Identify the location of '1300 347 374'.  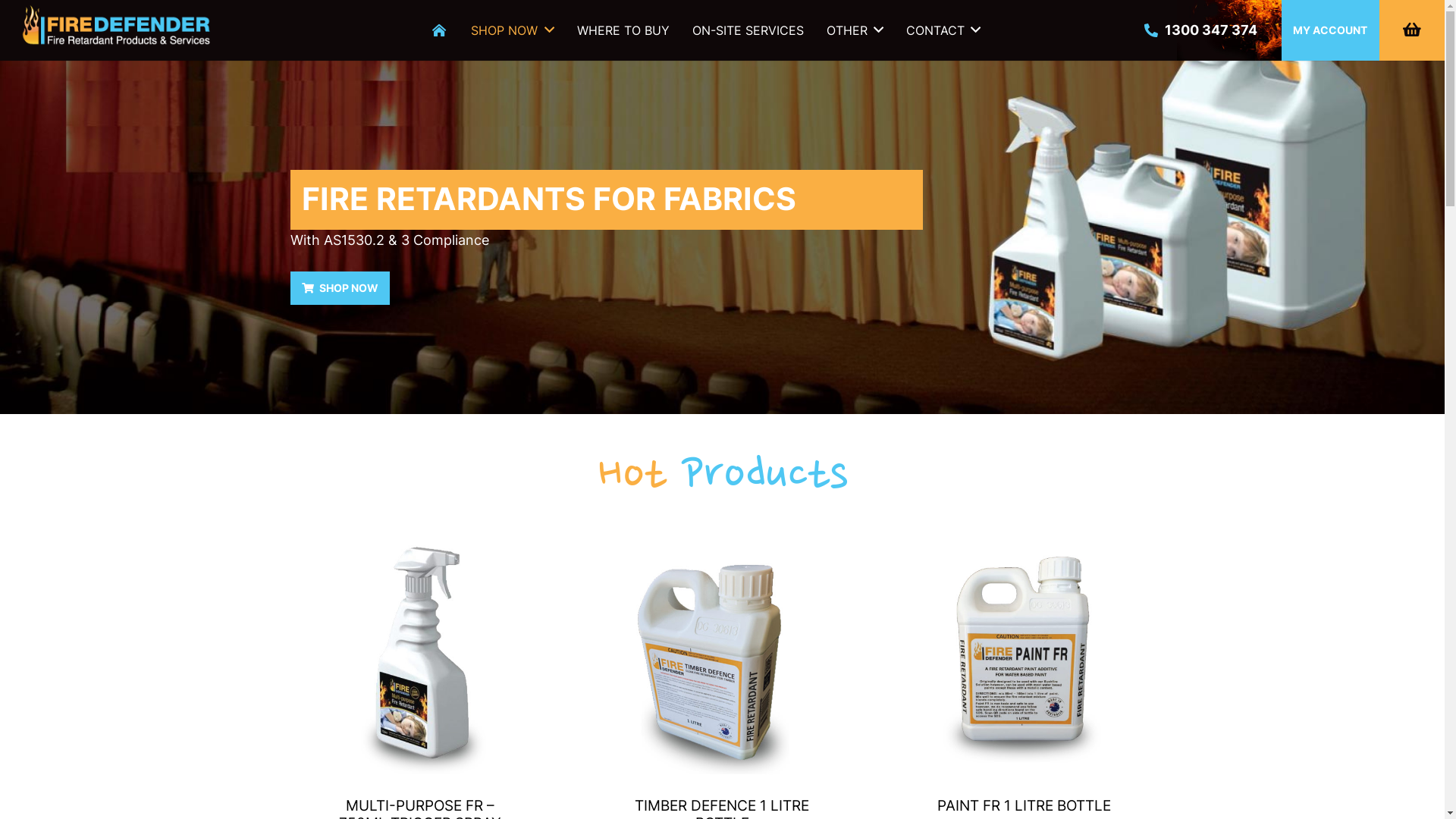
(1200, 30).